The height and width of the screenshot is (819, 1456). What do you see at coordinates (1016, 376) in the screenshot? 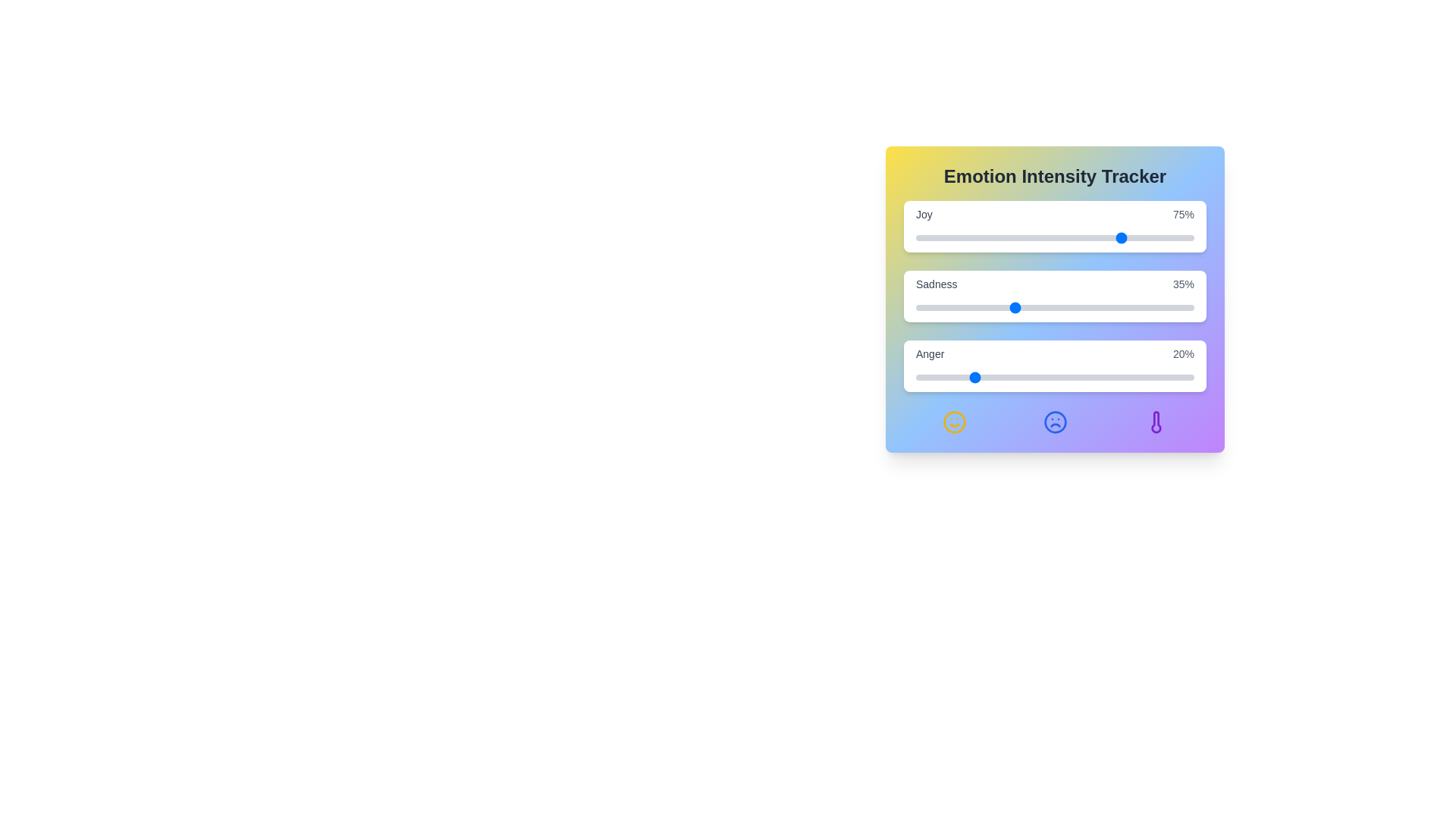
I see `the 'Anger' slider to set its intensity to 36%` at bounding box center [1016, 376].